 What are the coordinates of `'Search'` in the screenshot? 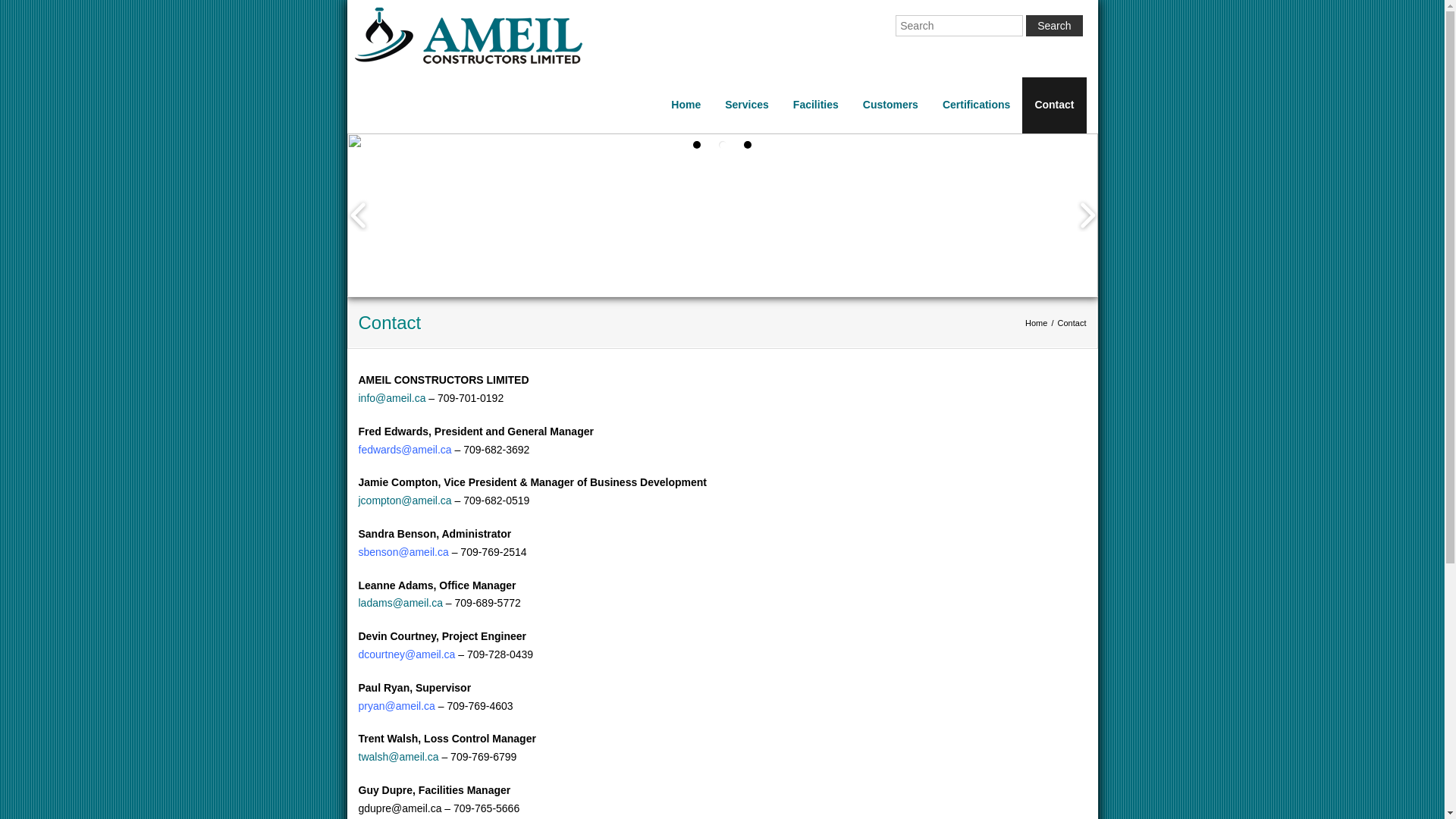 It's located at (1053, 26).